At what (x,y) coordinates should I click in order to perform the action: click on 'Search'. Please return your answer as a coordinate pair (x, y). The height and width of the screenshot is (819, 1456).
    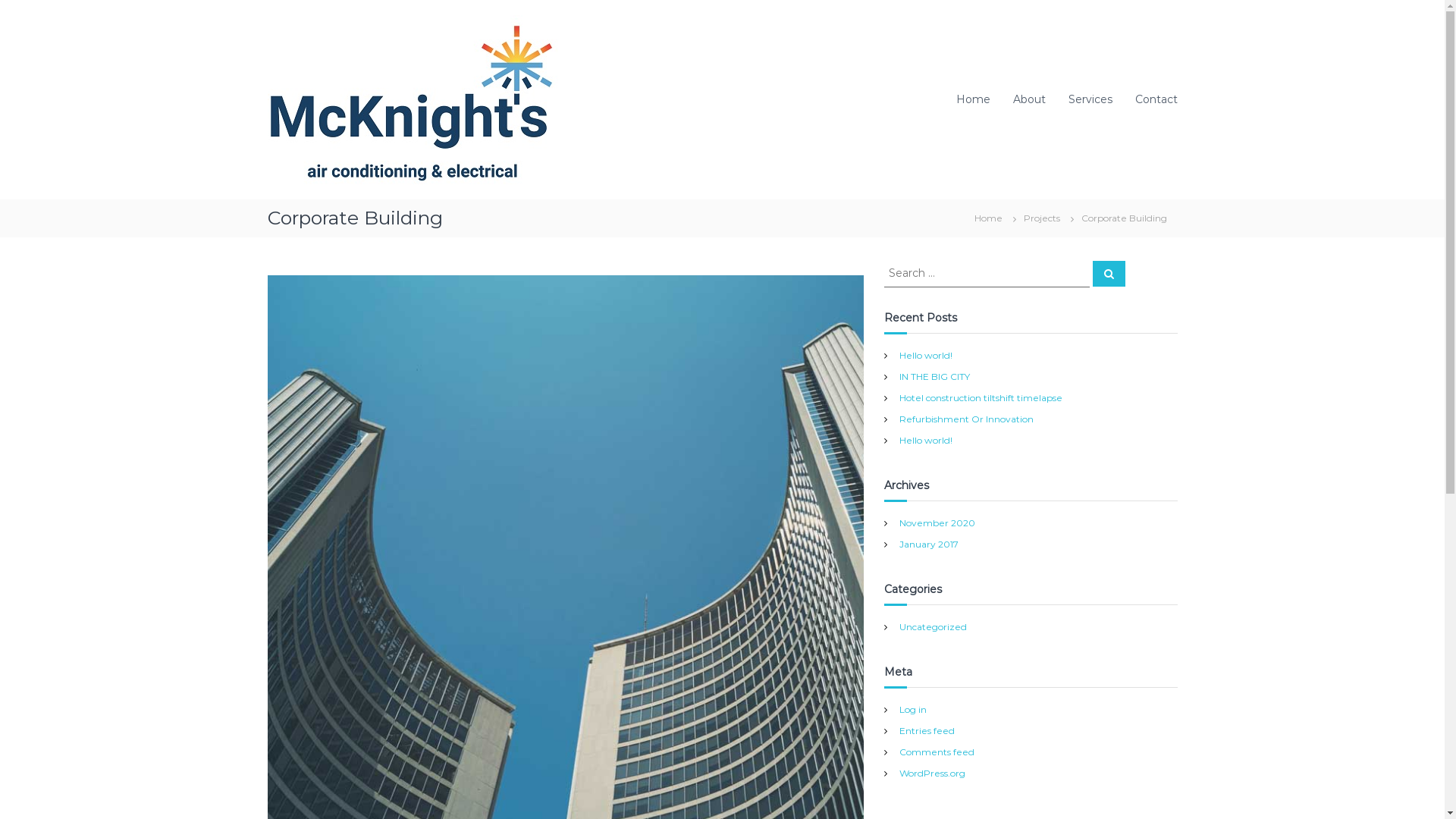
    Looking at the image, I should click on (1108, 274).